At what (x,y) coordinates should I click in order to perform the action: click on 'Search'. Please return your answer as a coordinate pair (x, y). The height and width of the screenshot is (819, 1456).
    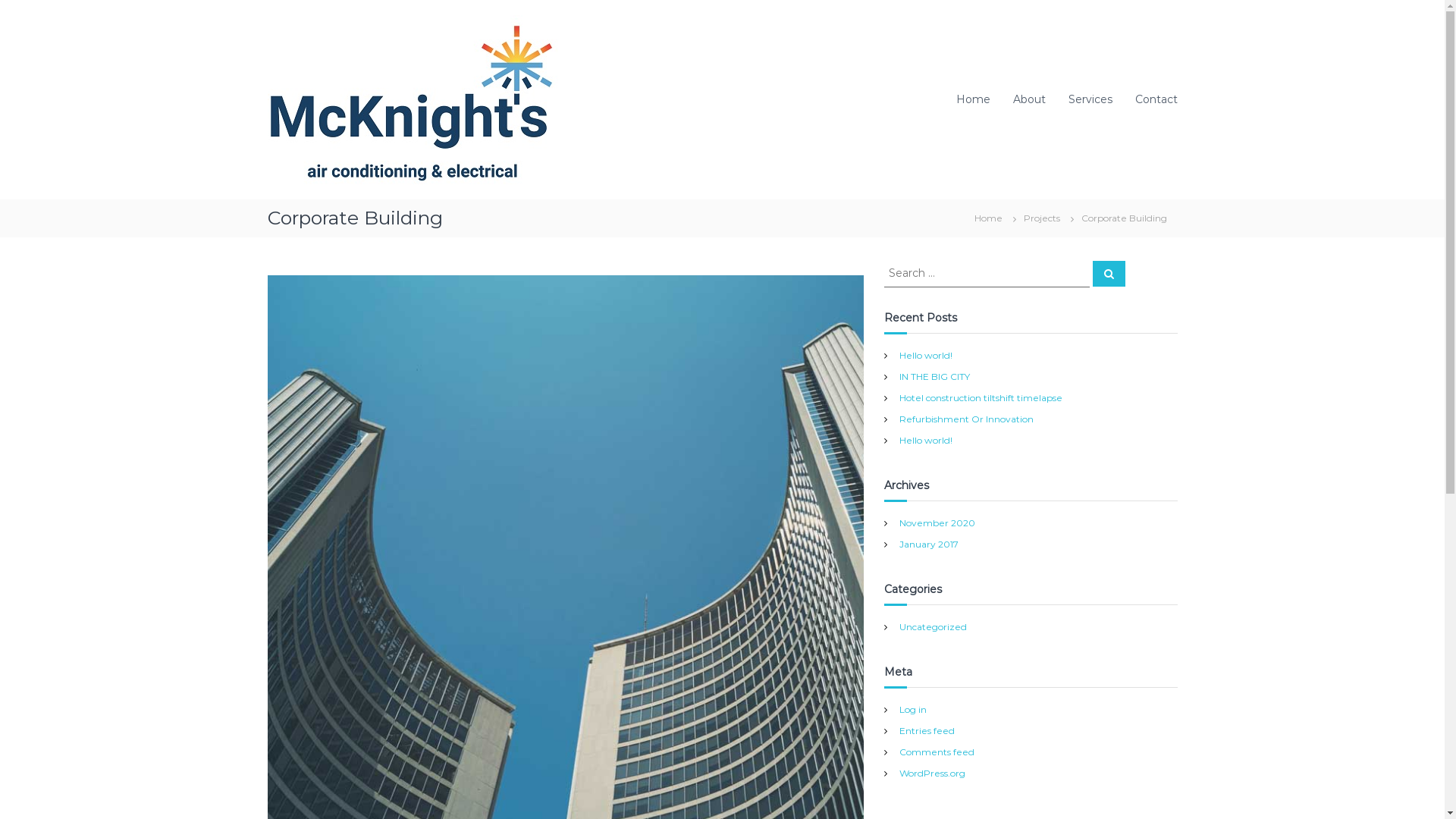
    Looking at the image, I should click on (1108, 274).